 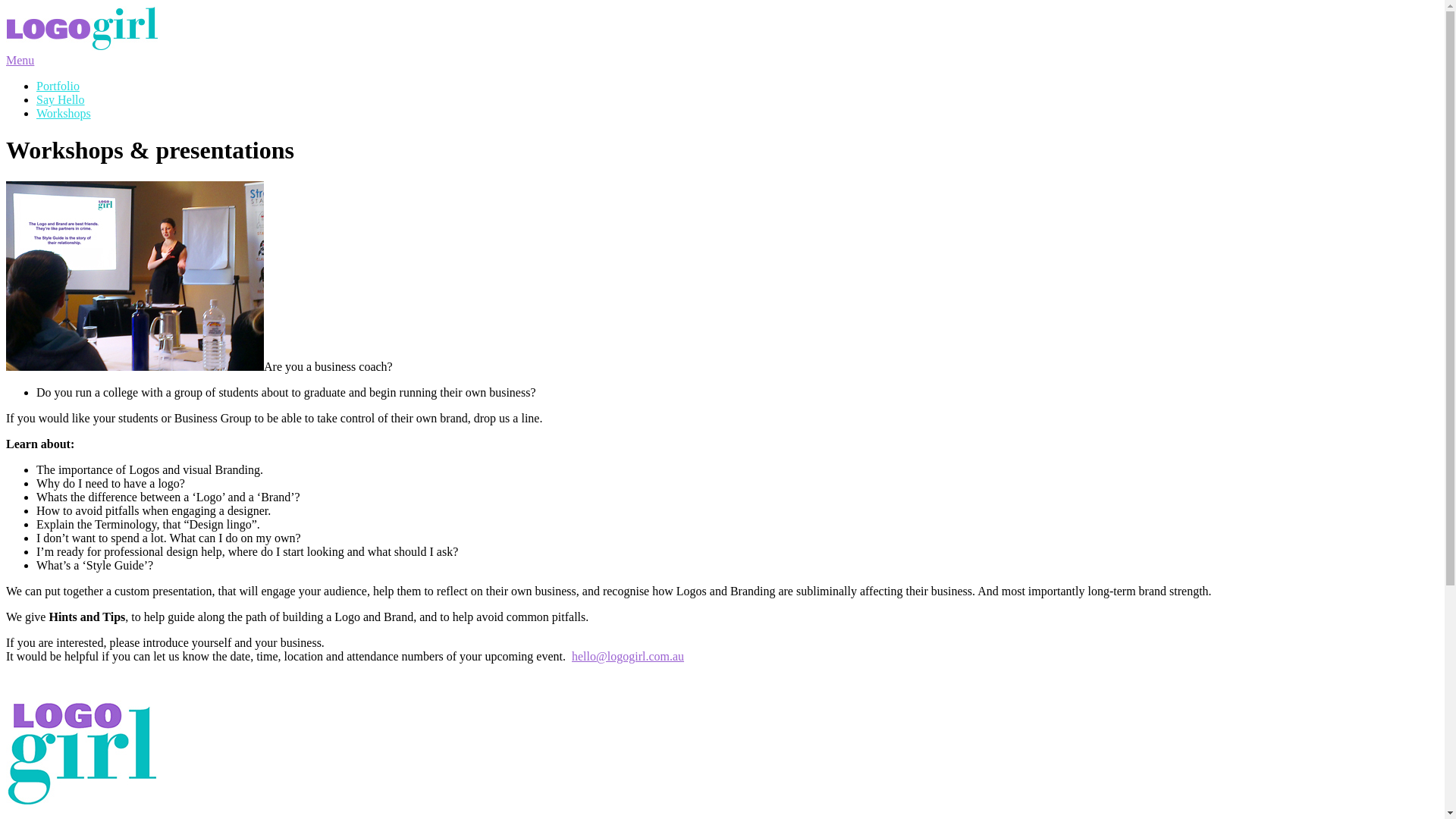 What do you see at coordinates (20, 59) in the screenshot?
I see `'Menu'` at bounding box center [20, 59].